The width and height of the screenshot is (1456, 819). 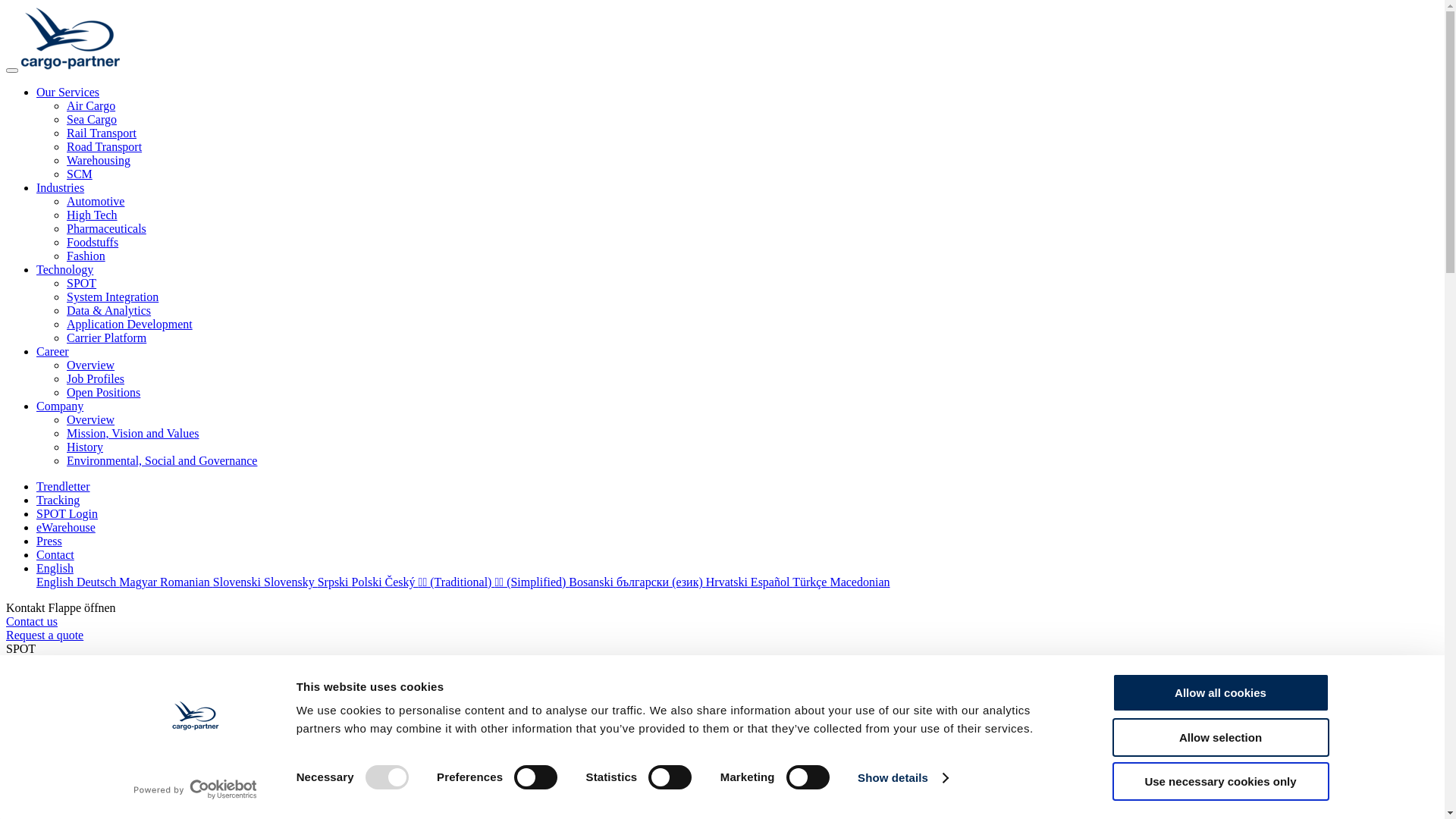 I want to click on 'Bosanski', so click(x=591, y=581).